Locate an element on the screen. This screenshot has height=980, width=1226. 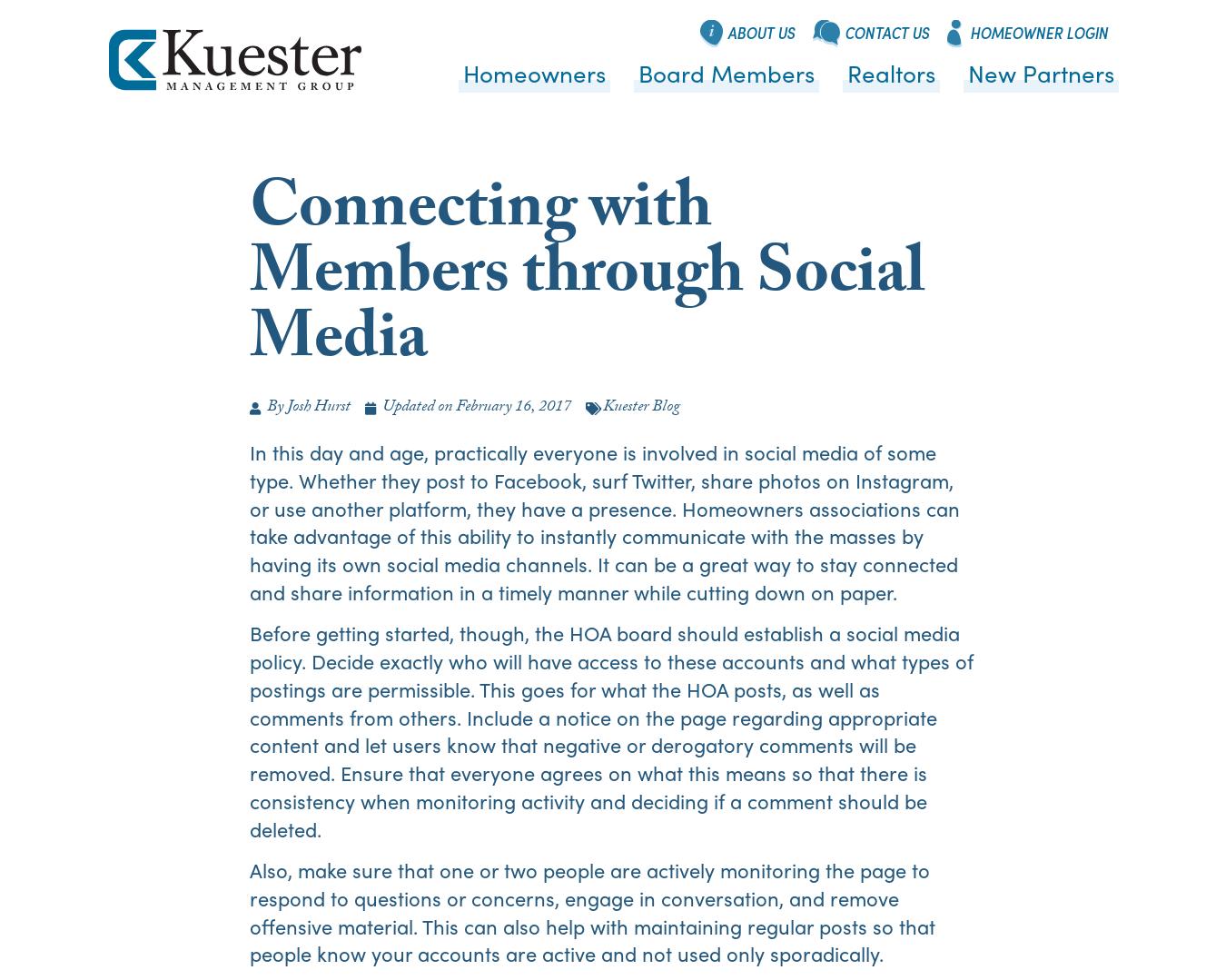
'Homeowners' is located at coordinates (534, 71).